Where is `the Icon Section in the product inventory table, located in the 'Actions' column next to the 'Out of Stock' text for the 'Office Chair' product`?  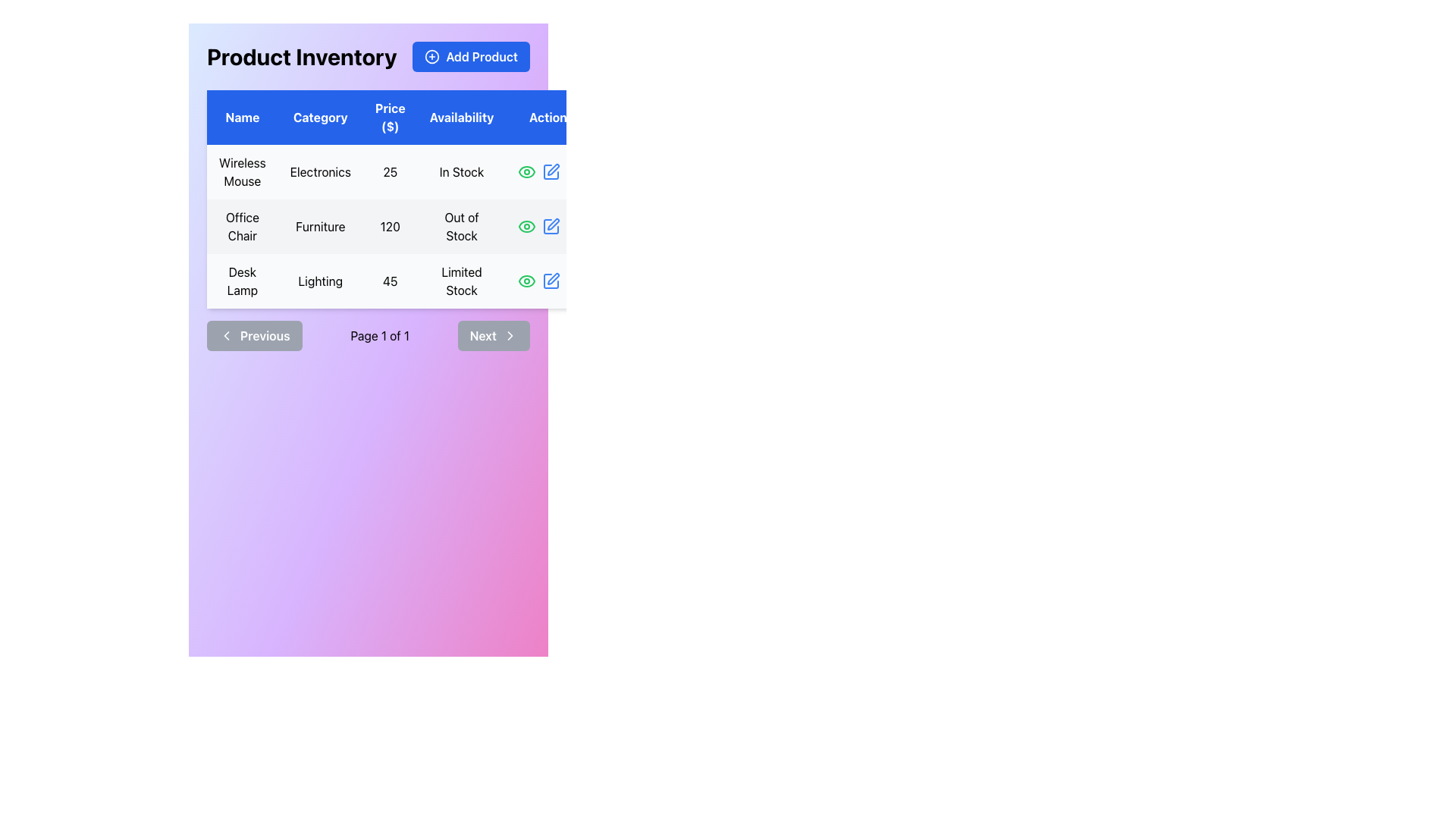 the Icon Section in the product inventory table, located in the 'Actions' column next to the 'Out of Stock' text for the 'Office Chair' product is located at coordinates (551, 227).